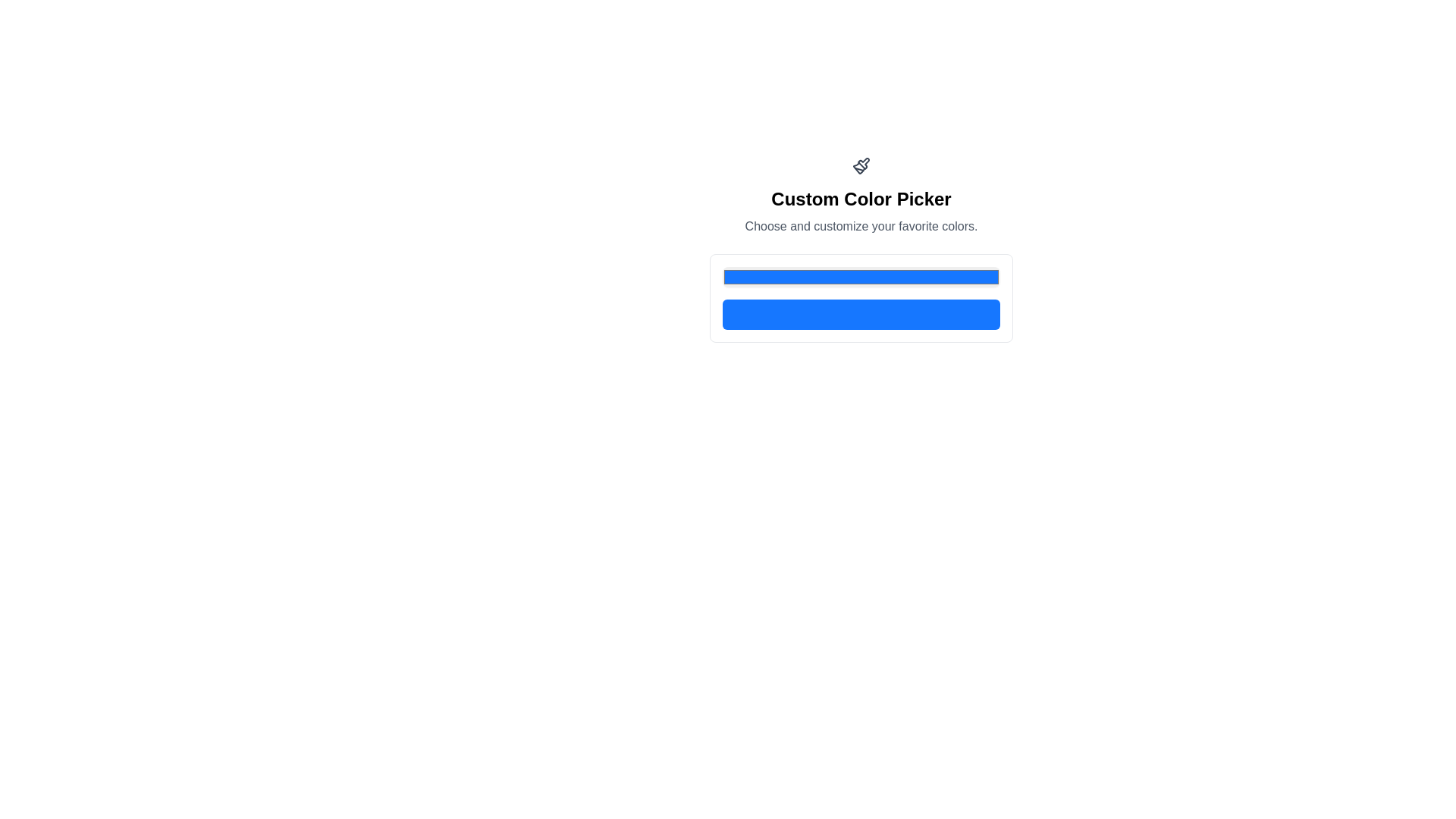 Image resolution: width=1456 pixels, height=819 pixels. I want to click on the decorative block or non-interactive placeholder located below the rectangular color input box, which serves as a visual indicator or guideline, so click(861, 314).